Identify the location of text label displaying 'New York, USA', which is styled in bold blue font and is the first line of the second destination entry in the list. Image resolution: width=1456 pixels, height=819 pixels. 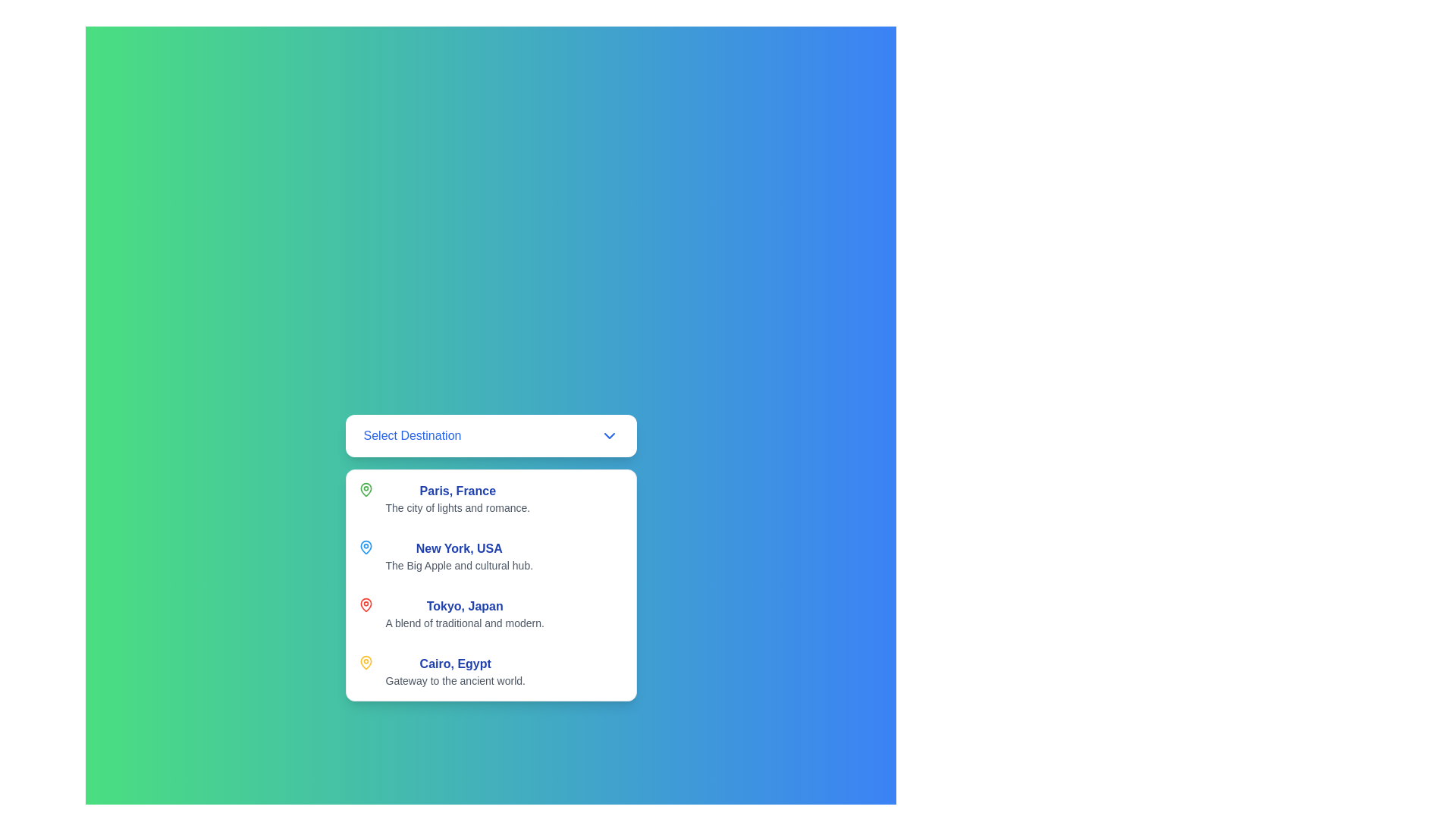
(458, 549).